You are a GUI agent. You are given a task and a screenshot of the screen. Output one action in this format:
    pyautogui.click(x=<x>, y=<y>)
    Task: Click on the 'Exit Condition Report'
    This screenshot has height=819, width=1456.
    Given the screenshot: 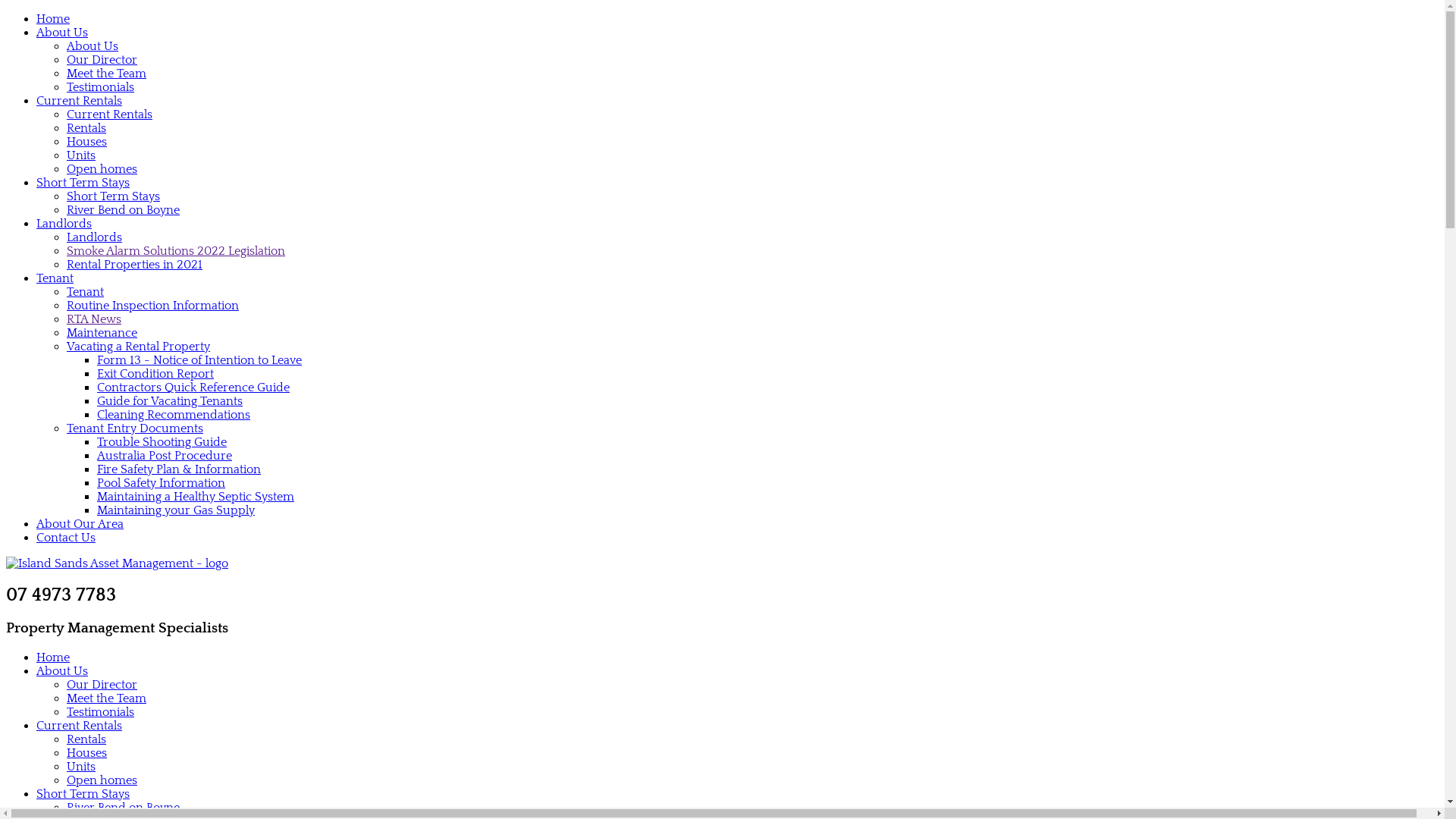 What is the action you would take?
    pyautogui.click(x=155, y=374)
    